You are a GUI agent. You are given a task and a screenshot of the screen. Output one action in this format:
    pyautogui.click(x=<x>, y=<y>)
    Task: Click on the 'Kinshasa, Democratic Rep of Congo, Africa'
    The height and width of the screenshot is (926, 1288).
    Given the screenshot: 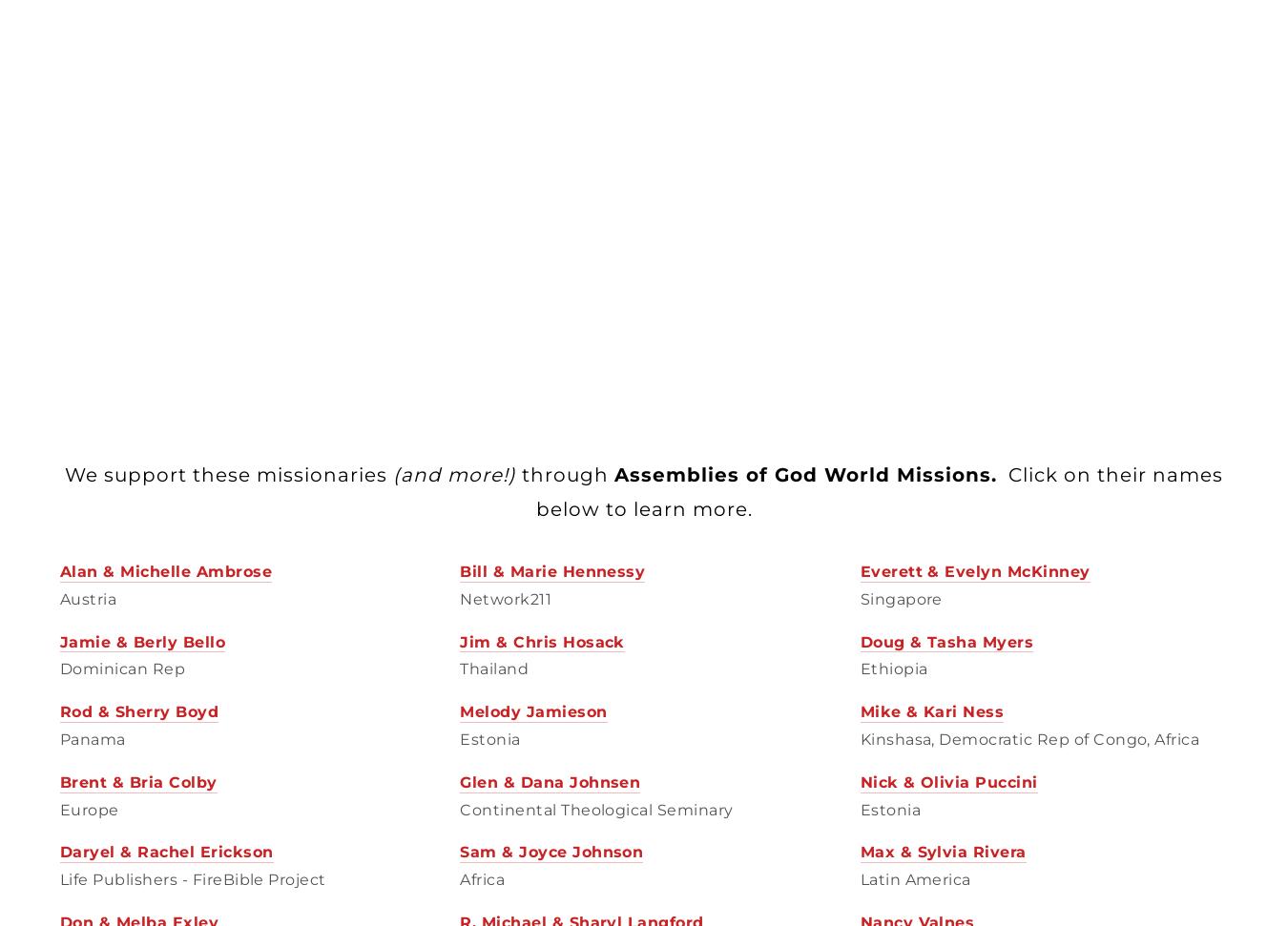 What is the action you would take?
    pyautogui.click(x=1029, y=738)
    